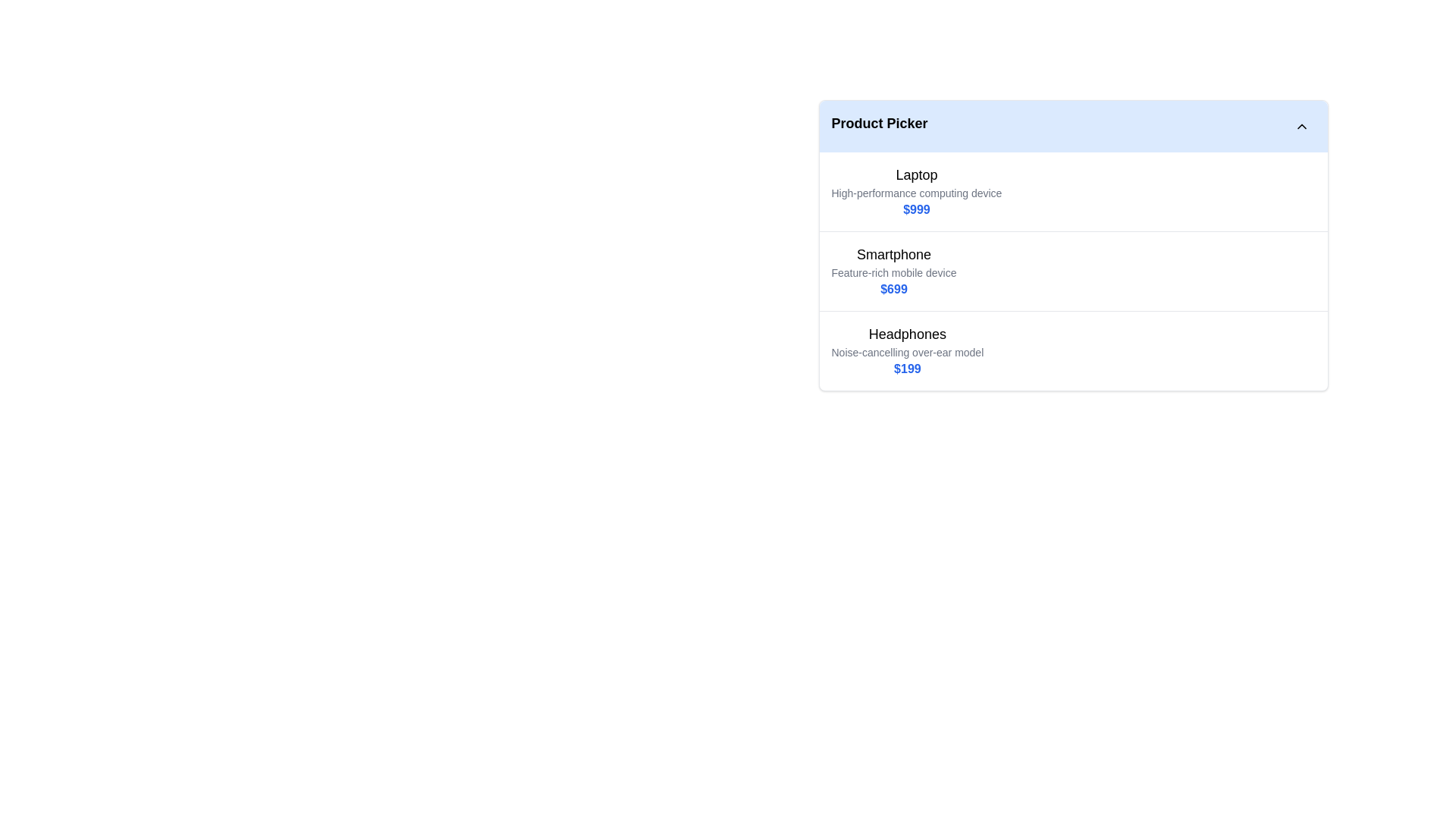 The image size is (1456, 819). I want to click on the descriptive text label that provides additional details about the 'Headphones' product, located between the title 'Headphones' and the price '$199', so click(907, 353).